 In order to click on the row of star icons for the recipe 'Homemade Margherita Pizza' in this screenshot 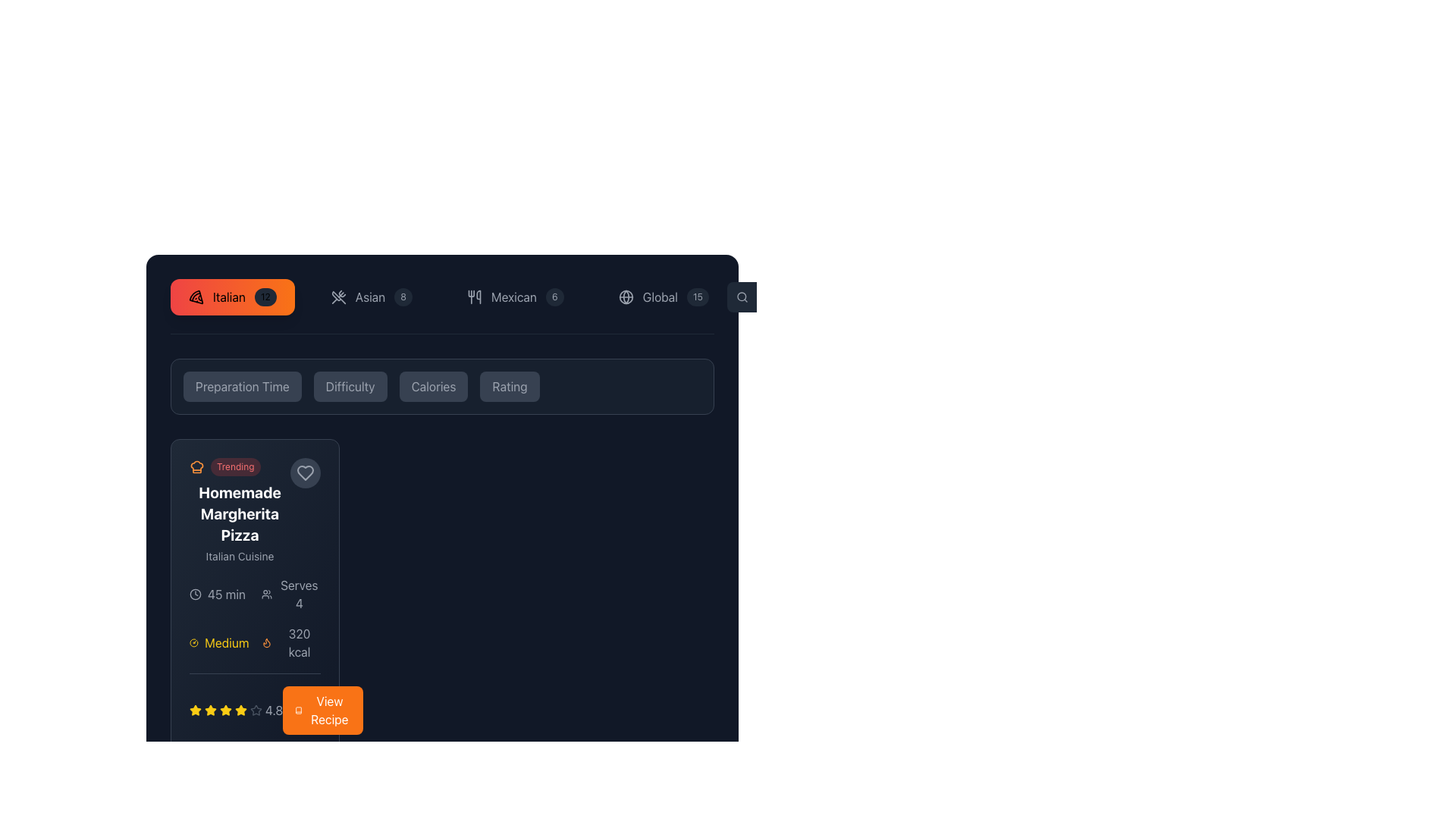, I will do `click(235, 711)`.